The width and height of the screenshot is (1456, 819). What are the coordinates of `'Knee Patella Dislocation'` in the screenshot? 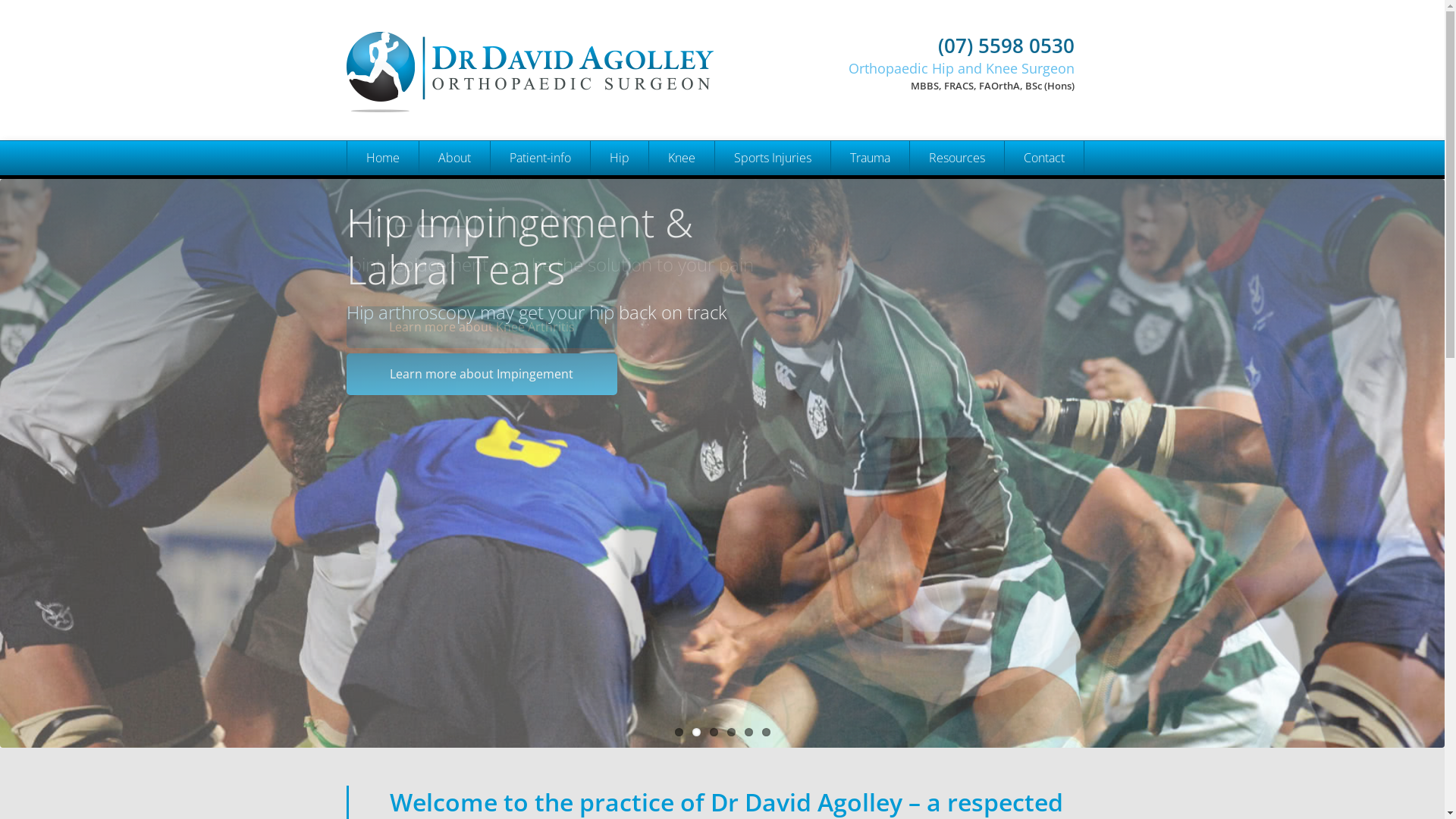 It's located at (772, 396).